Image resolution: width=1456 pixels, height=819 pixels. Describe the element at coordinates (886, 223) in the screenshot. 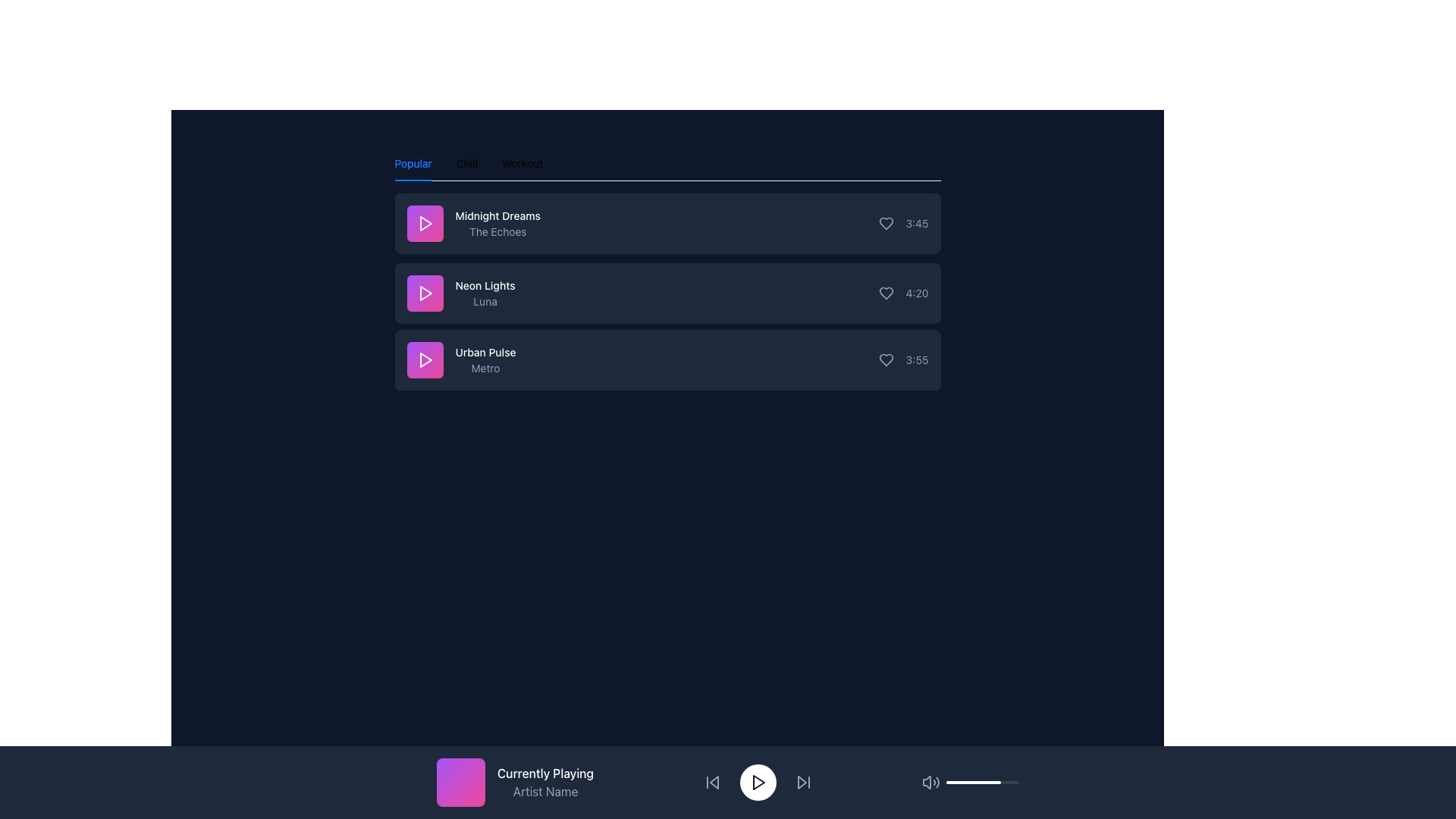

I see `the heart-shaped icon located beside the 'Midnight Dreams' song title` at that location.